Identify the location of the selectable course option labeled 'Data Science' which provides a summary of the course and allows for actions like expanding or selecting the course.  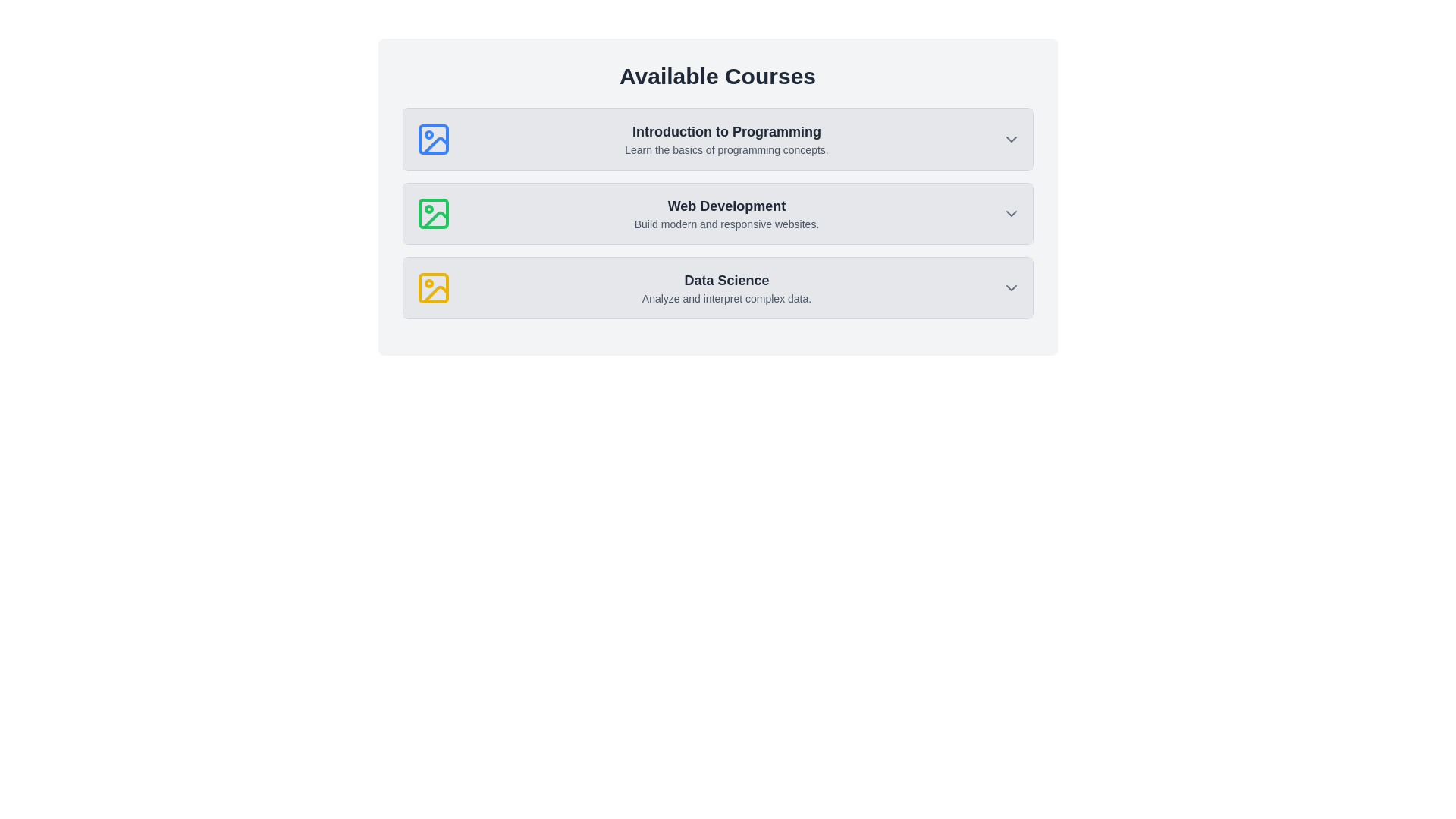
(717, 288).